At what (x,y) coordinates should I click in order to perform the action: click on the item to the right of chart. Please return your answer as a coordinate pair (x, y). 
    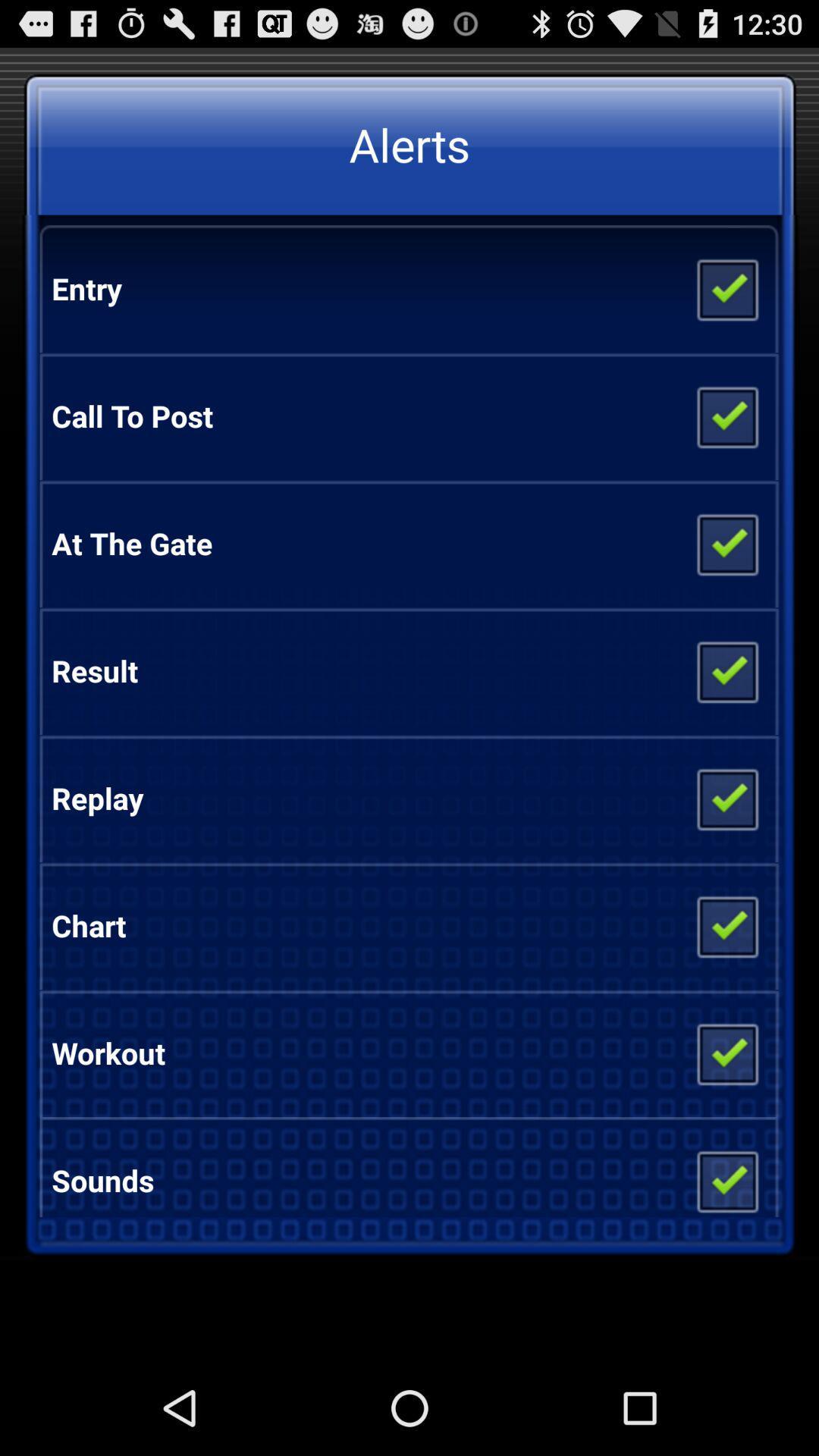
    Looking at the image, I should click on (726, 924).